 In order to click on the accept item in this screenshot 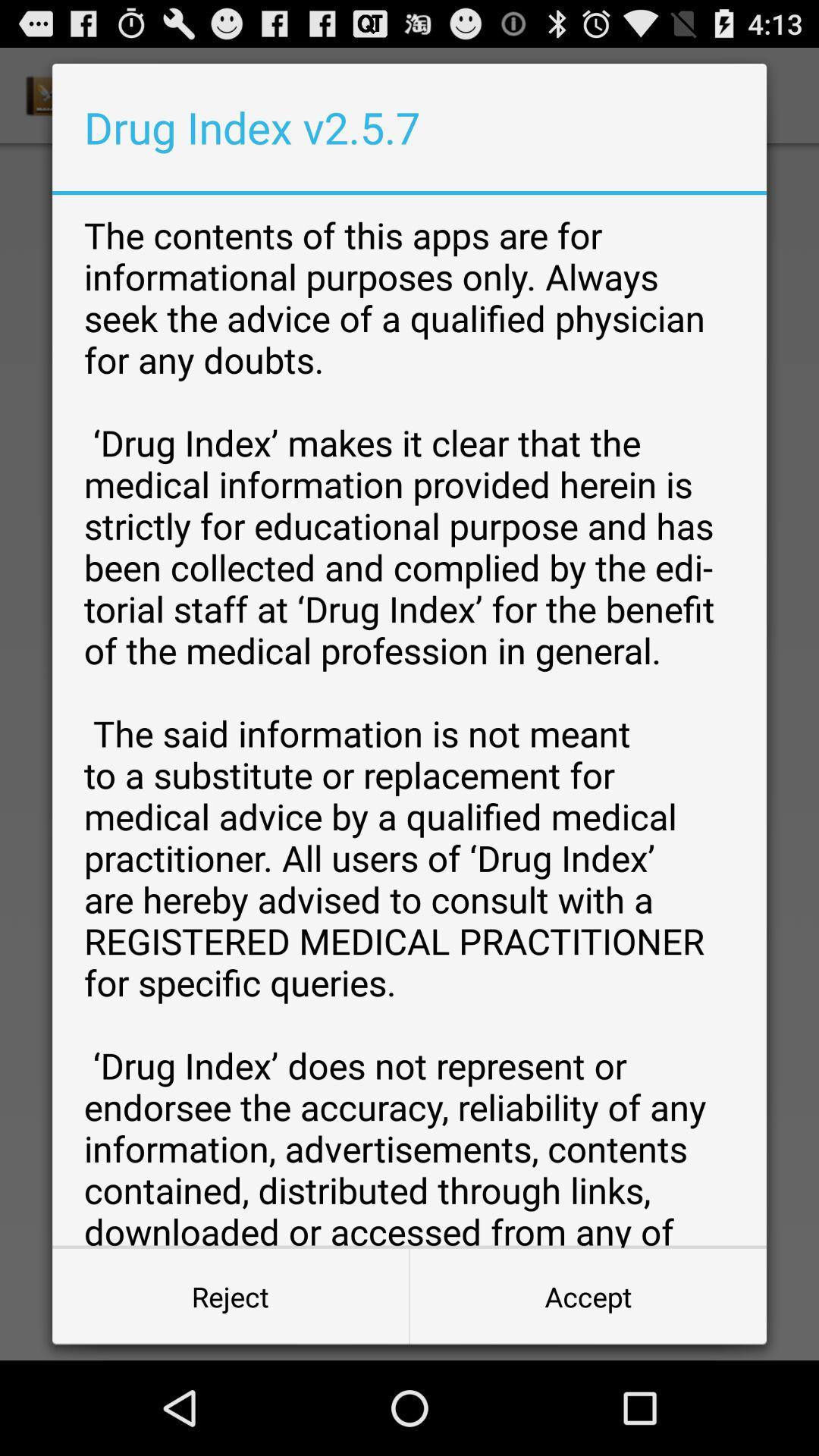, I will do `click(587, 1295)`.